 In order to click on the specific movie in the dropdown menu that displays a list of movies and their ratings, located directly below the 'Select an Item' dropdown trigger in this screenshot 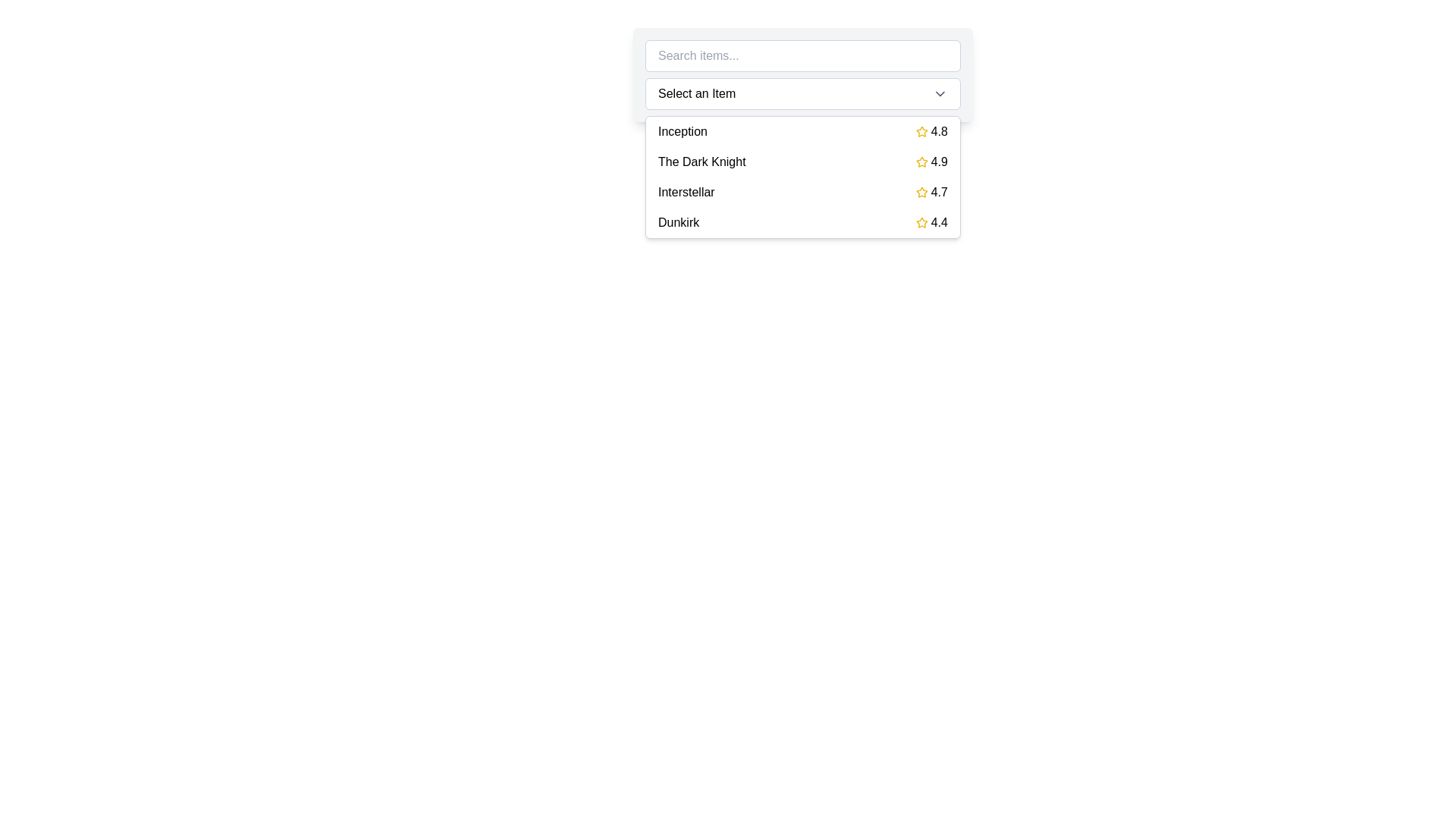, I will do `click(802, 177)`.